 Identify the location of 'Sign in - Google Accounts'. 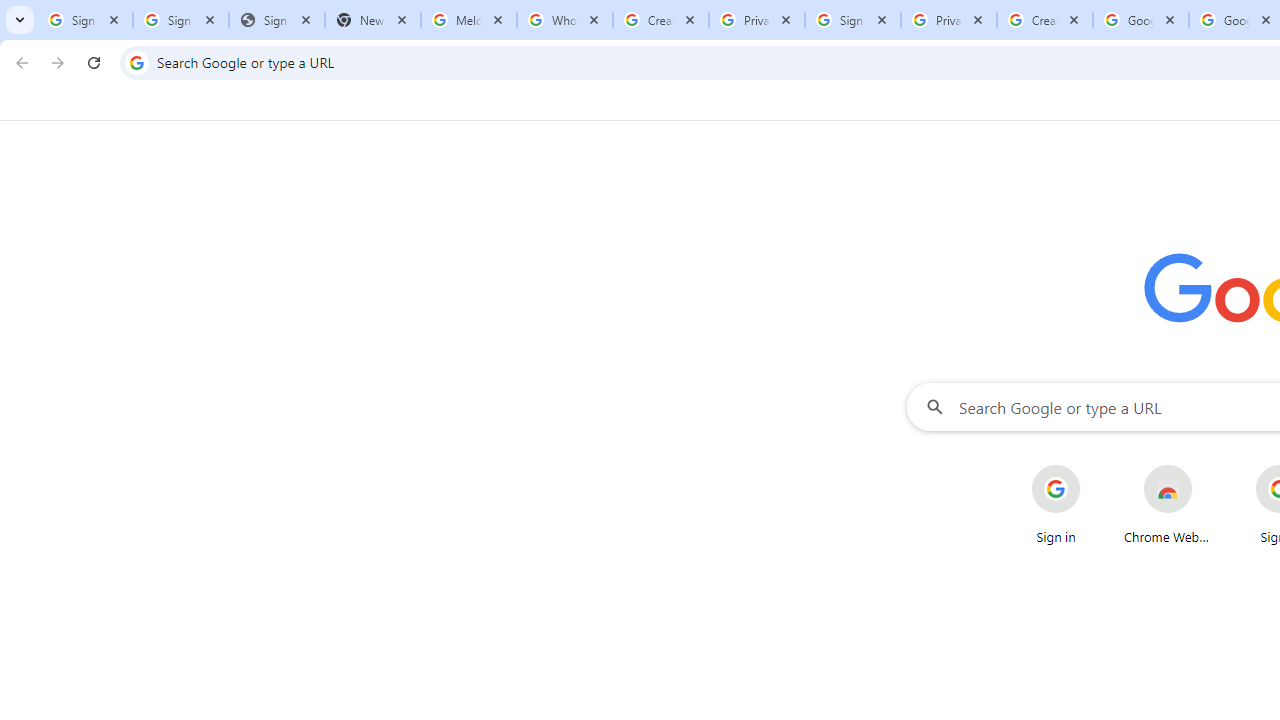
(84, 20).